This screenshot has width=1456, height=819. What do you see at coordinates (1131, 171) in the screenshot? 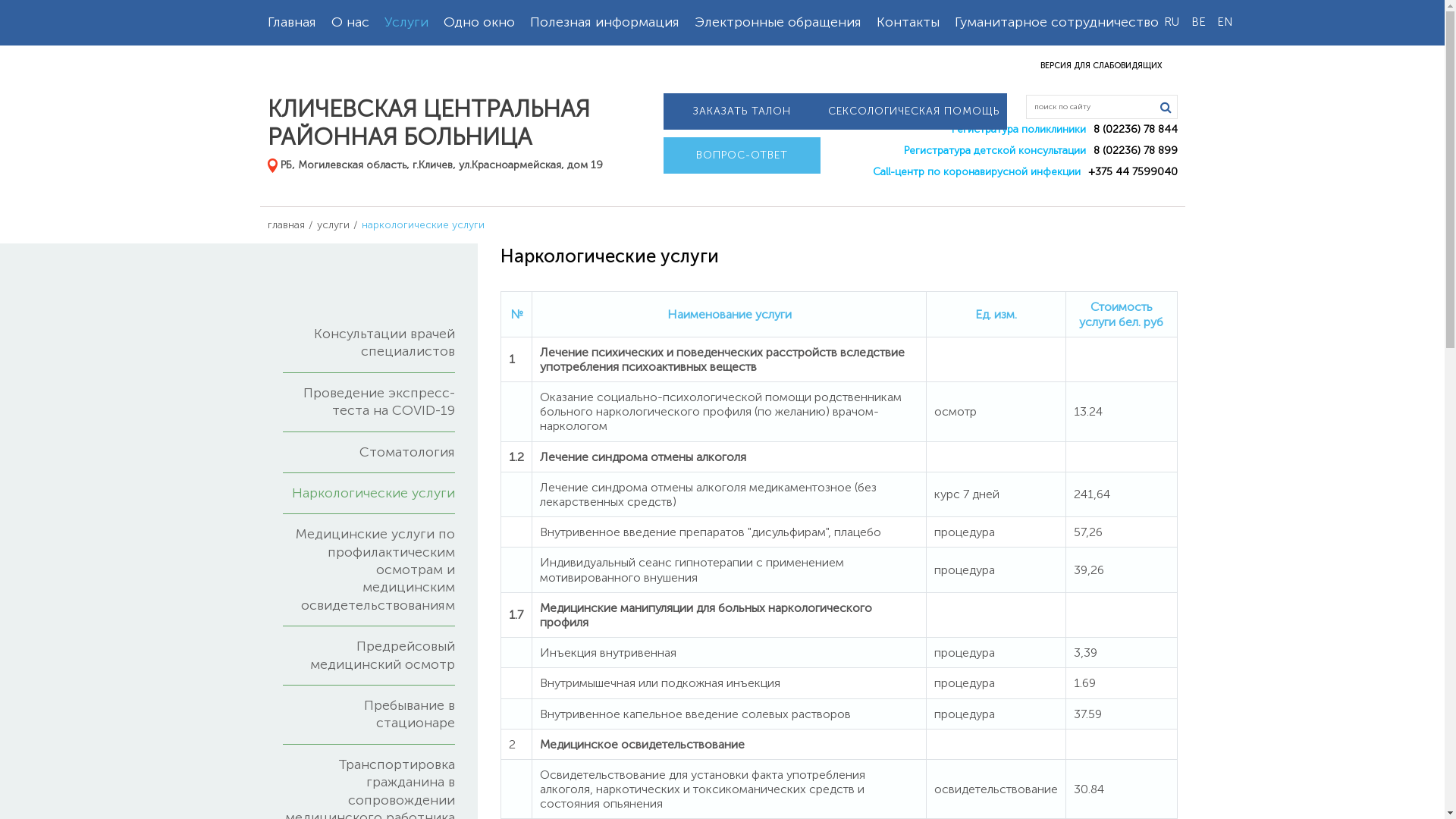
I see `'+375 44 7599040'` at bounding box center [1131, 171].